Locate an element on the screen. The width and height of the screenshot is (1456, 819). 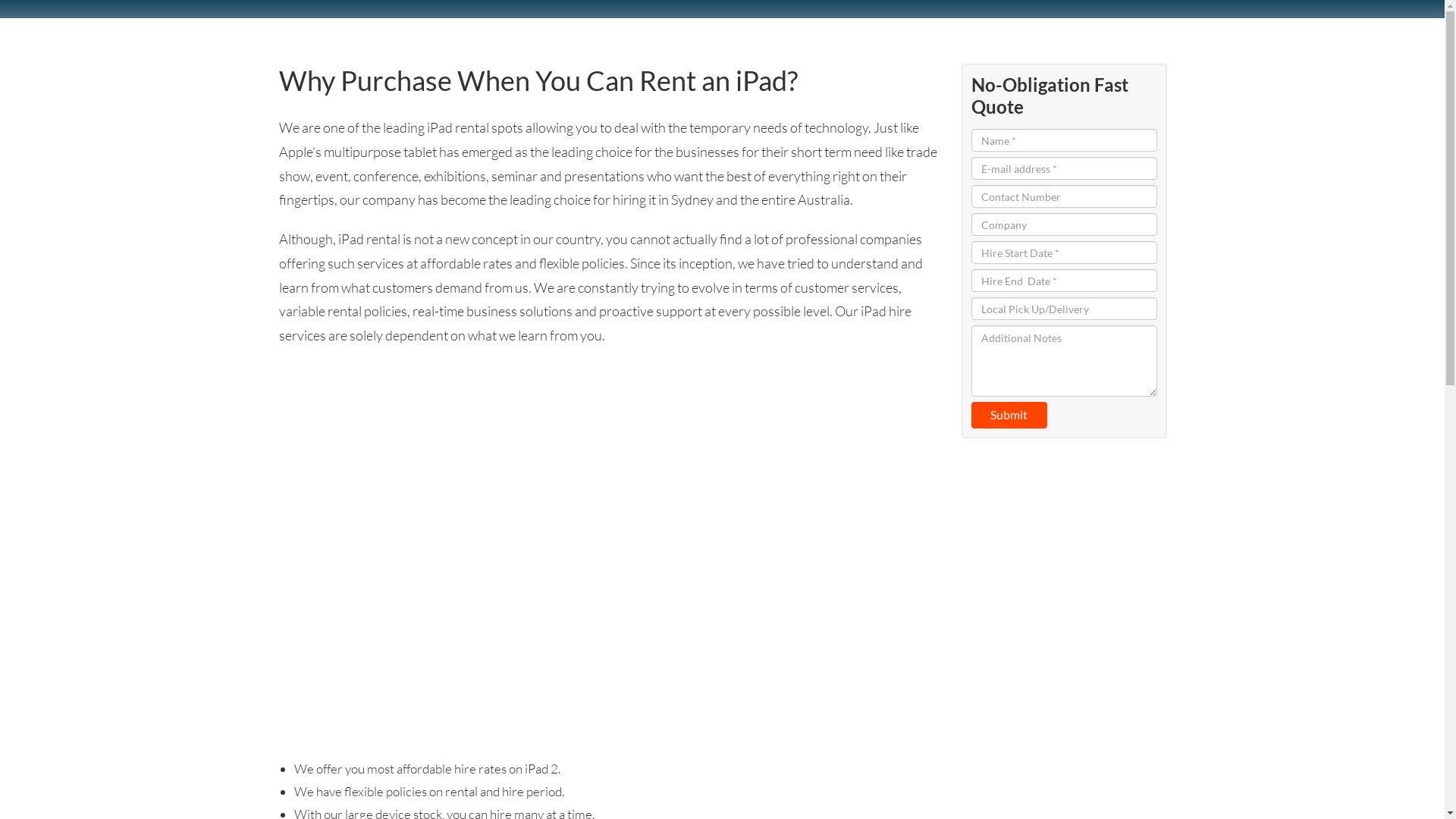
'Submit' is located at coordinates (971, 415).